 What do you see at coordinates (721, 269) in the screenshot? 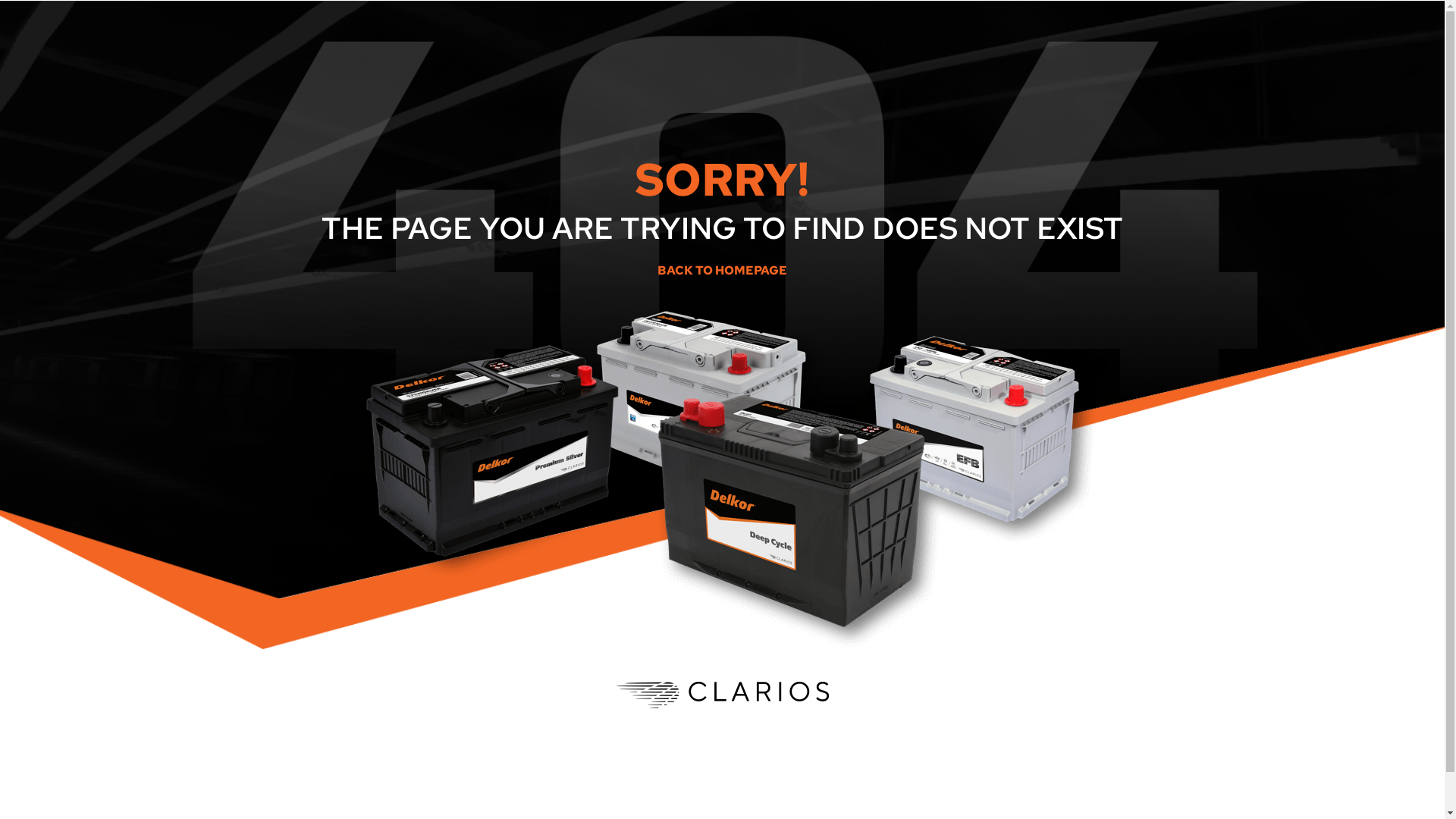
I see `'BACK TO HOMEPAGE'` at bounding box center [721, 269].